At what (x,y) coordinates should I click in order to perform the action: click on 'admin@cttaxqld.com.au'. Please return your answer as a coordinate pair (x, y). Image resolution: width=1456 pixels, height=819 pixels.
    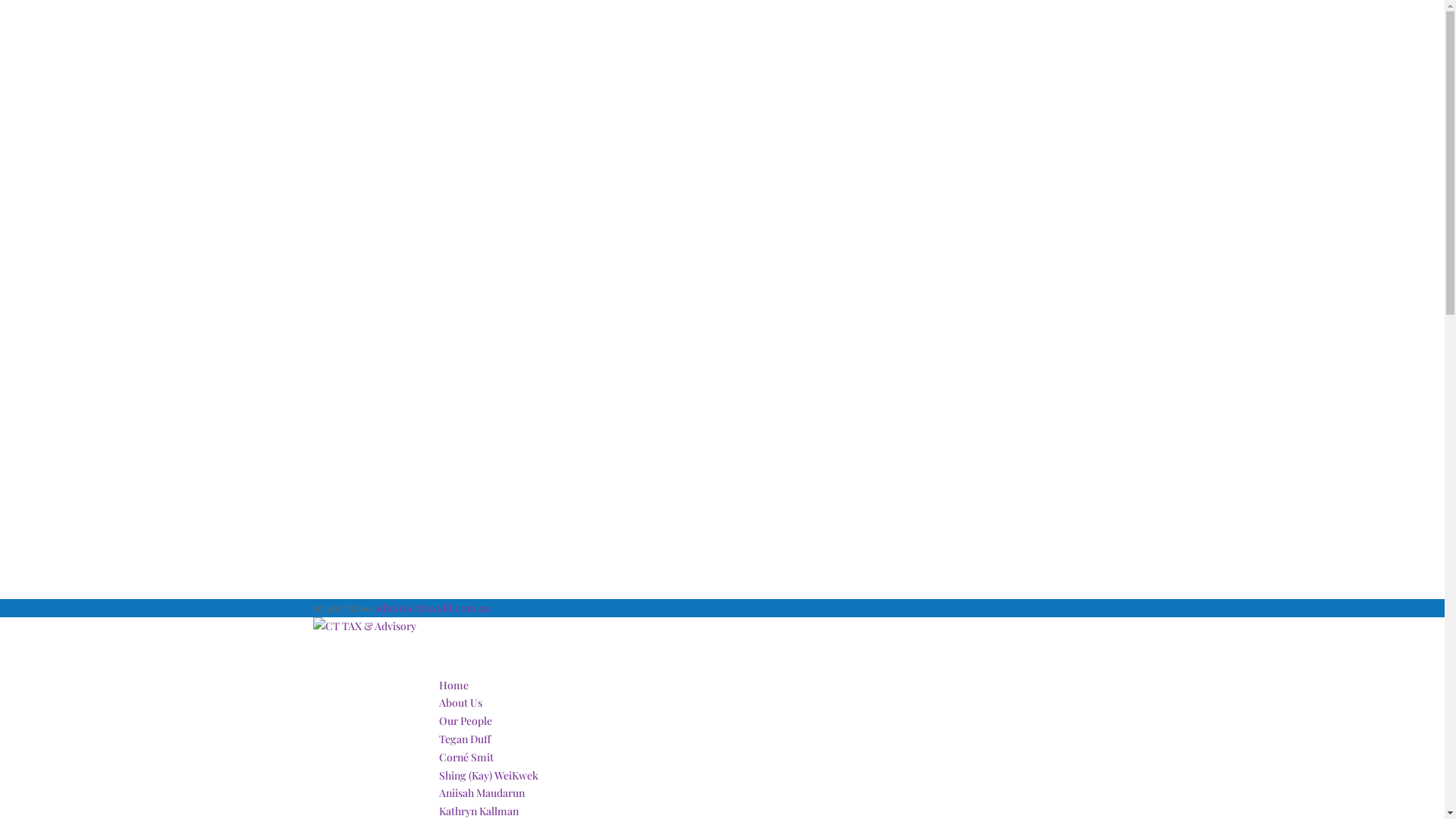
    Looking at the image, I should click on (431, 607).